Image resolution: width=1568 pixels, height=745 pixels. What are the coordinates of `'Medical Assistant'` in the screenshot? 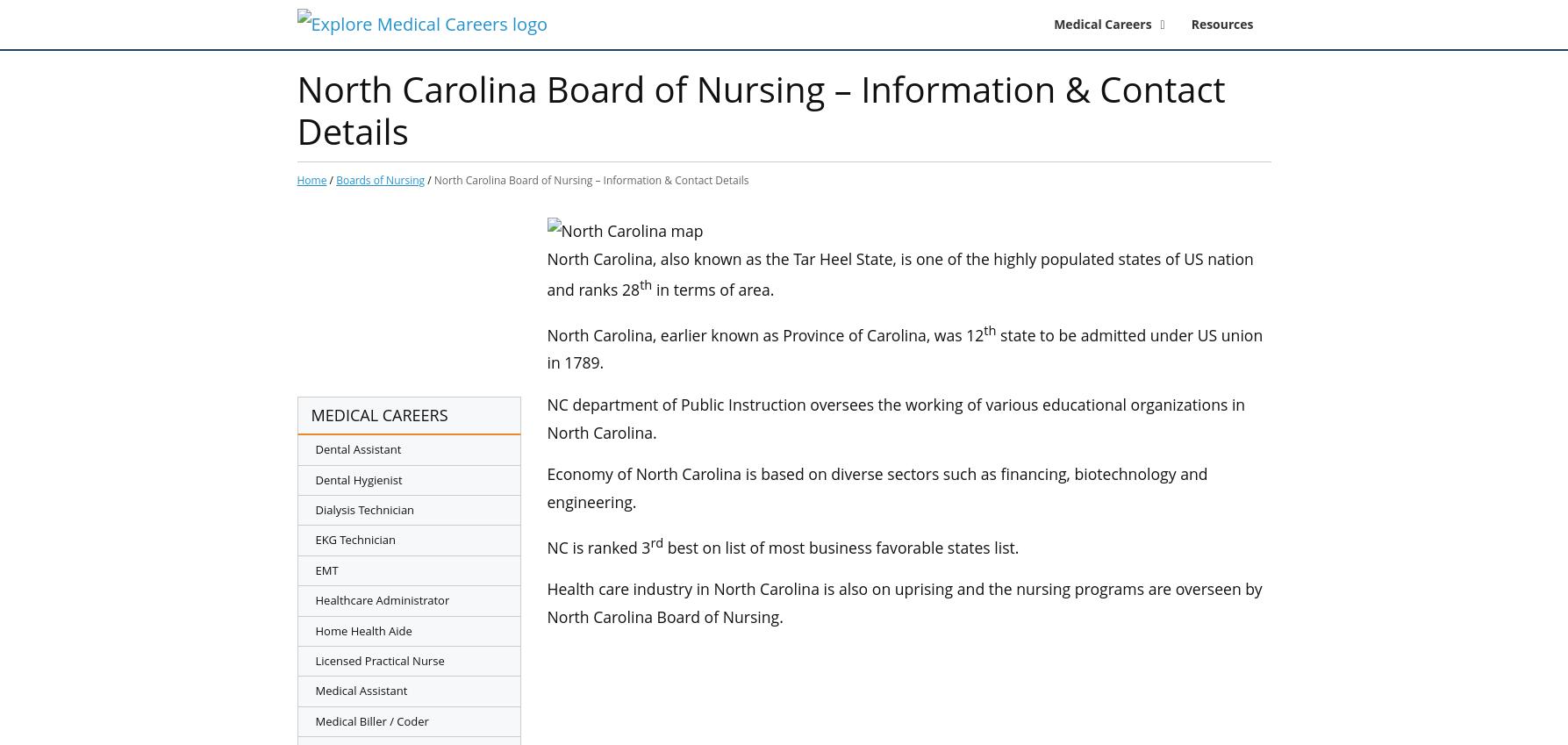 It's located at (361, 690).